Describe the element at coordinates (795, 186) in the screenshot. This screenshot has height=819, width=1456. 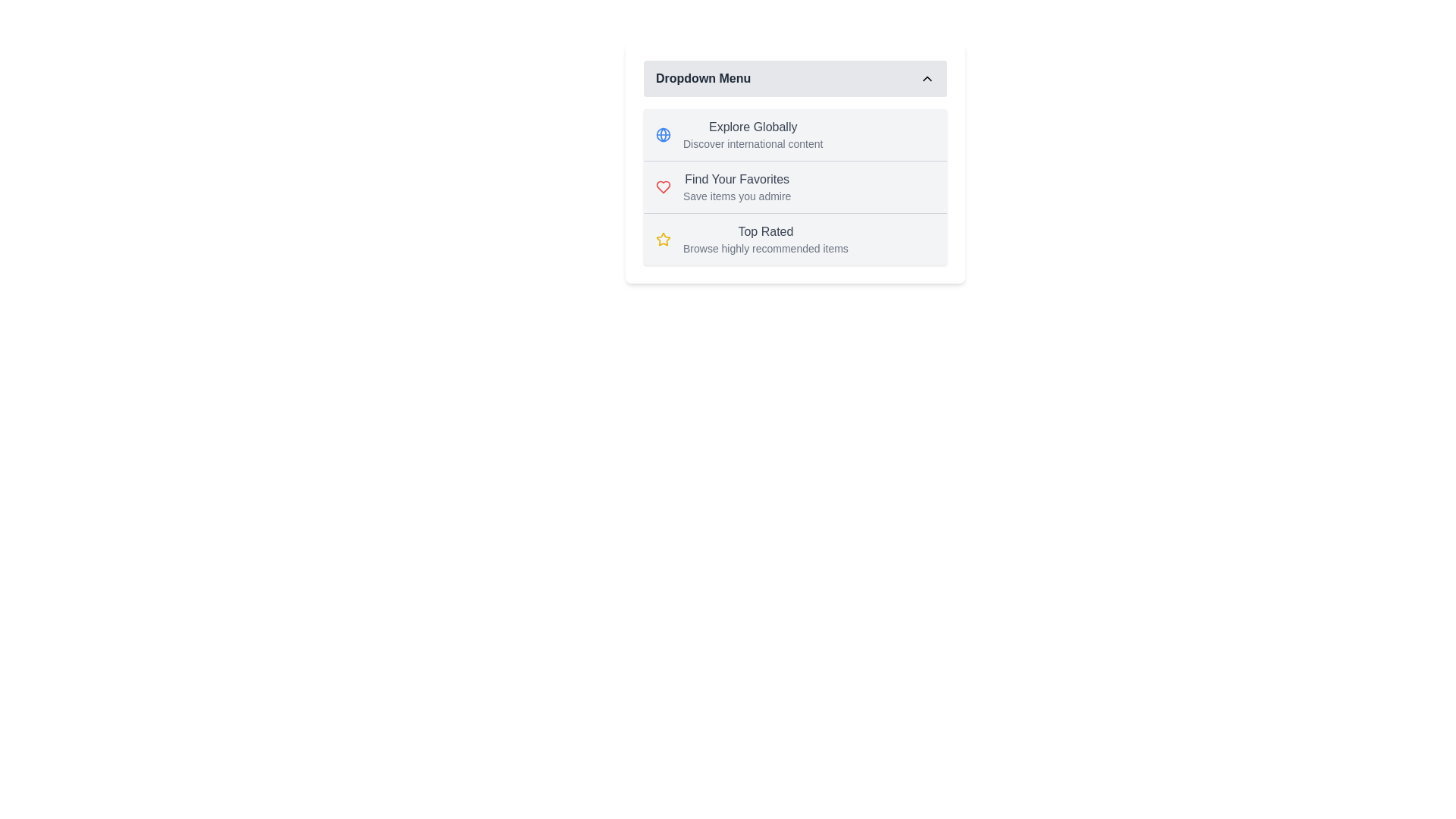
I see `the second item in the dropdown menu, which allows users to manage or observe their favorite items` at that location.